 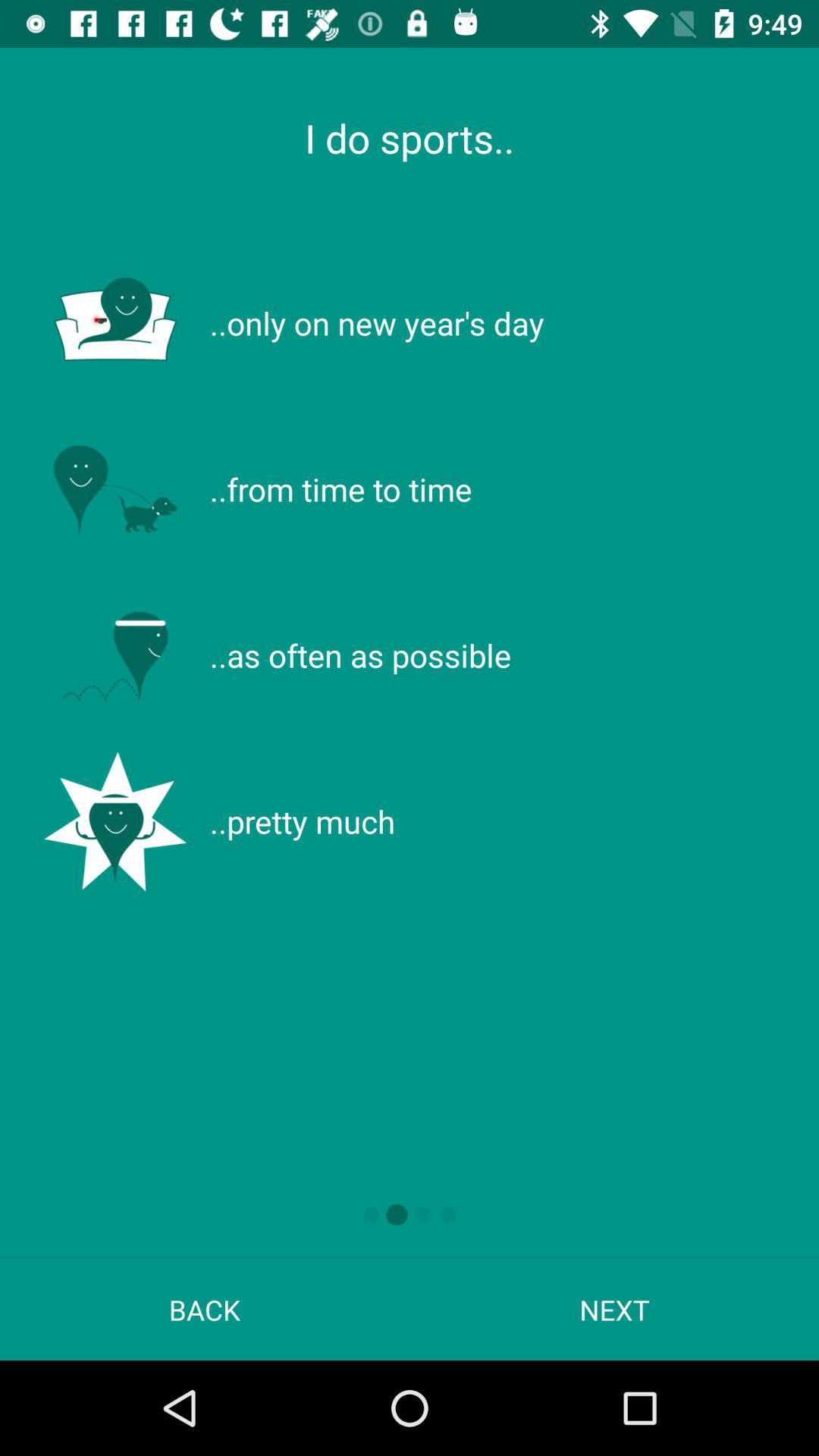 I want to click on the app to the left of next icon, so click(x=205, y=1309).